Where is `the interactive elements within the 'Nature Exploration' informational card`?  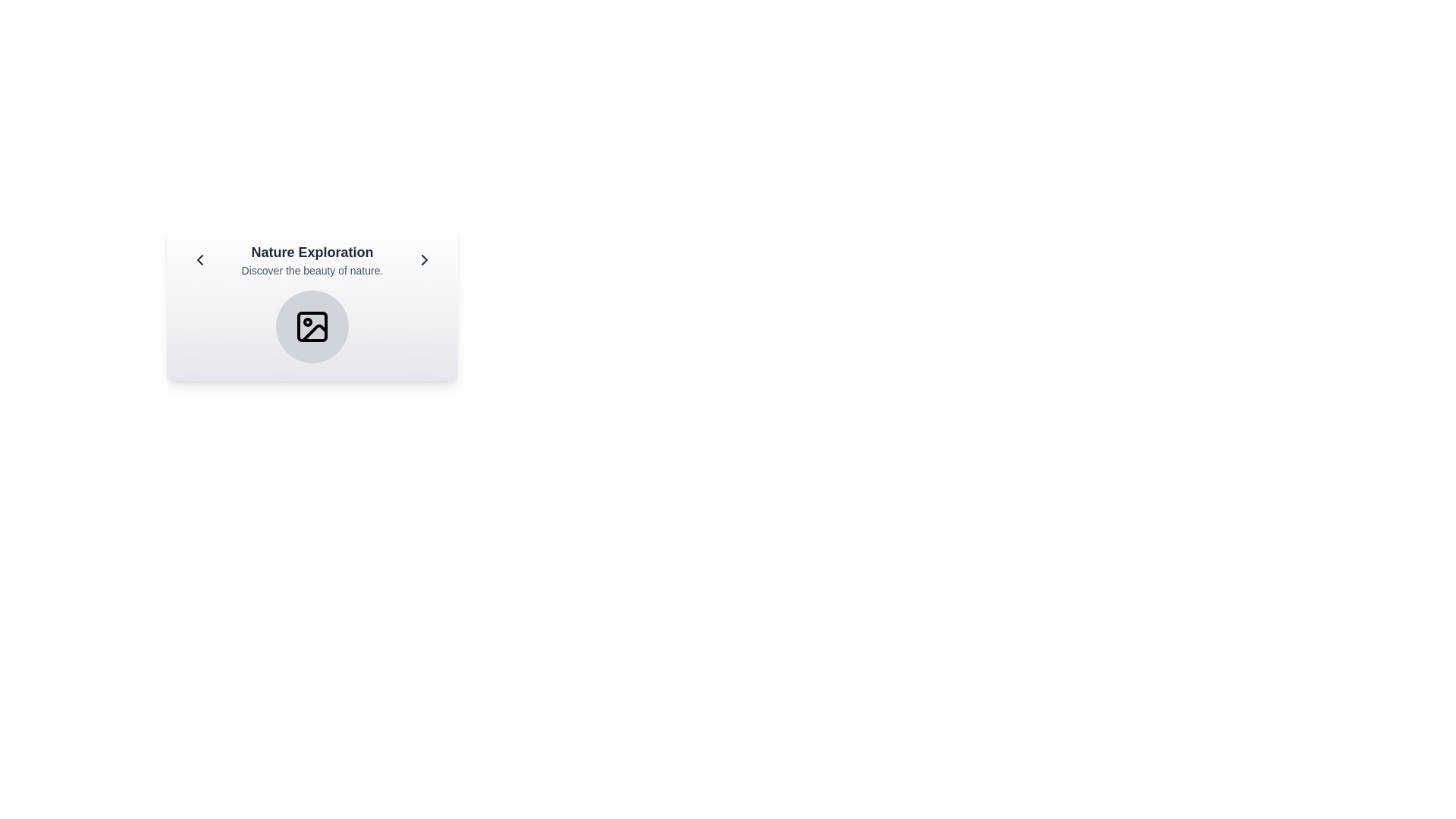
the interactive elements within the 'Nature Exploration' informational card is located at coordinates (312, 302).